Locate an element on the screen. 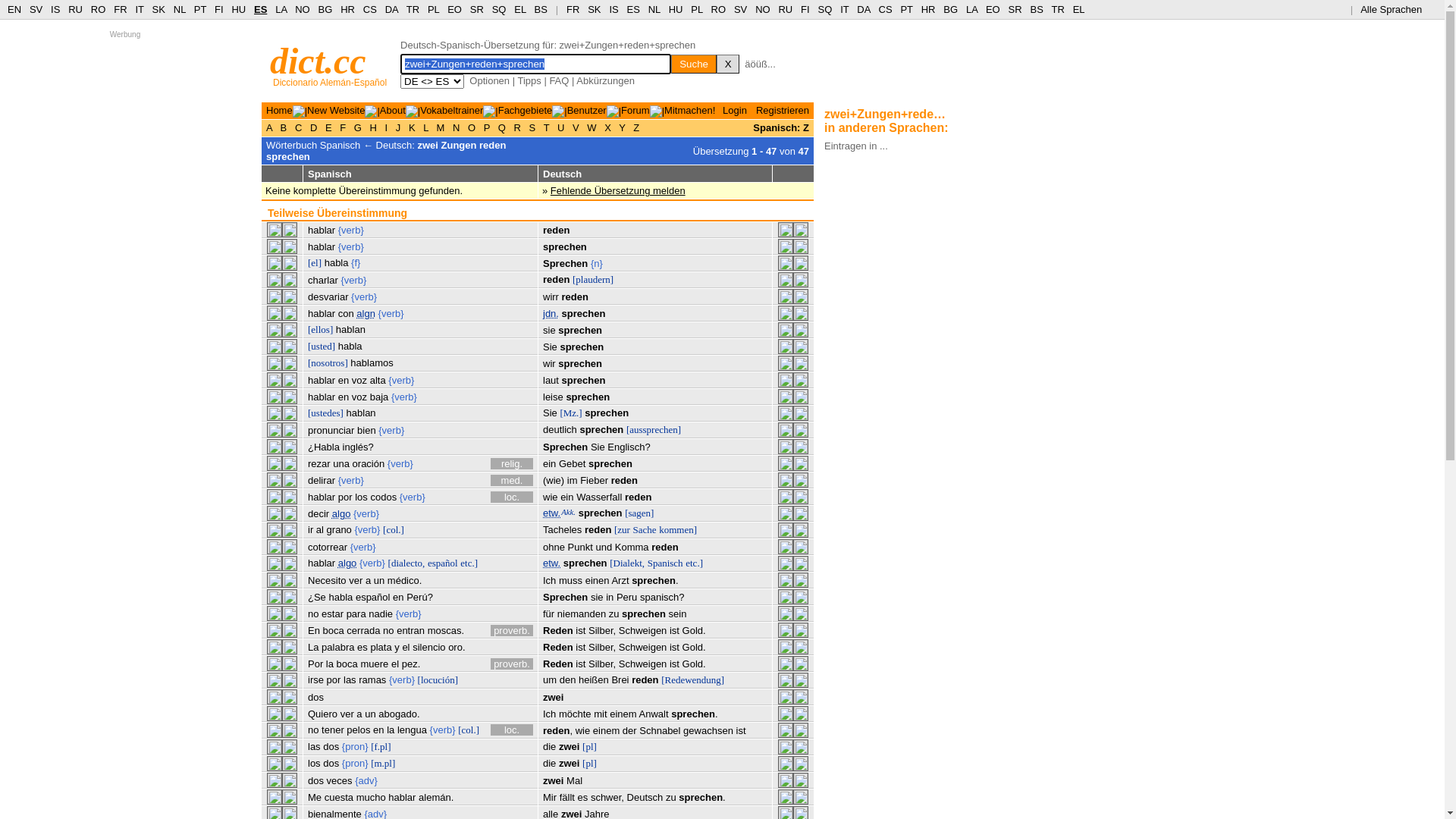 The image size is (1456, 819). 'pronunciar' is located at coordinates (330, 430).